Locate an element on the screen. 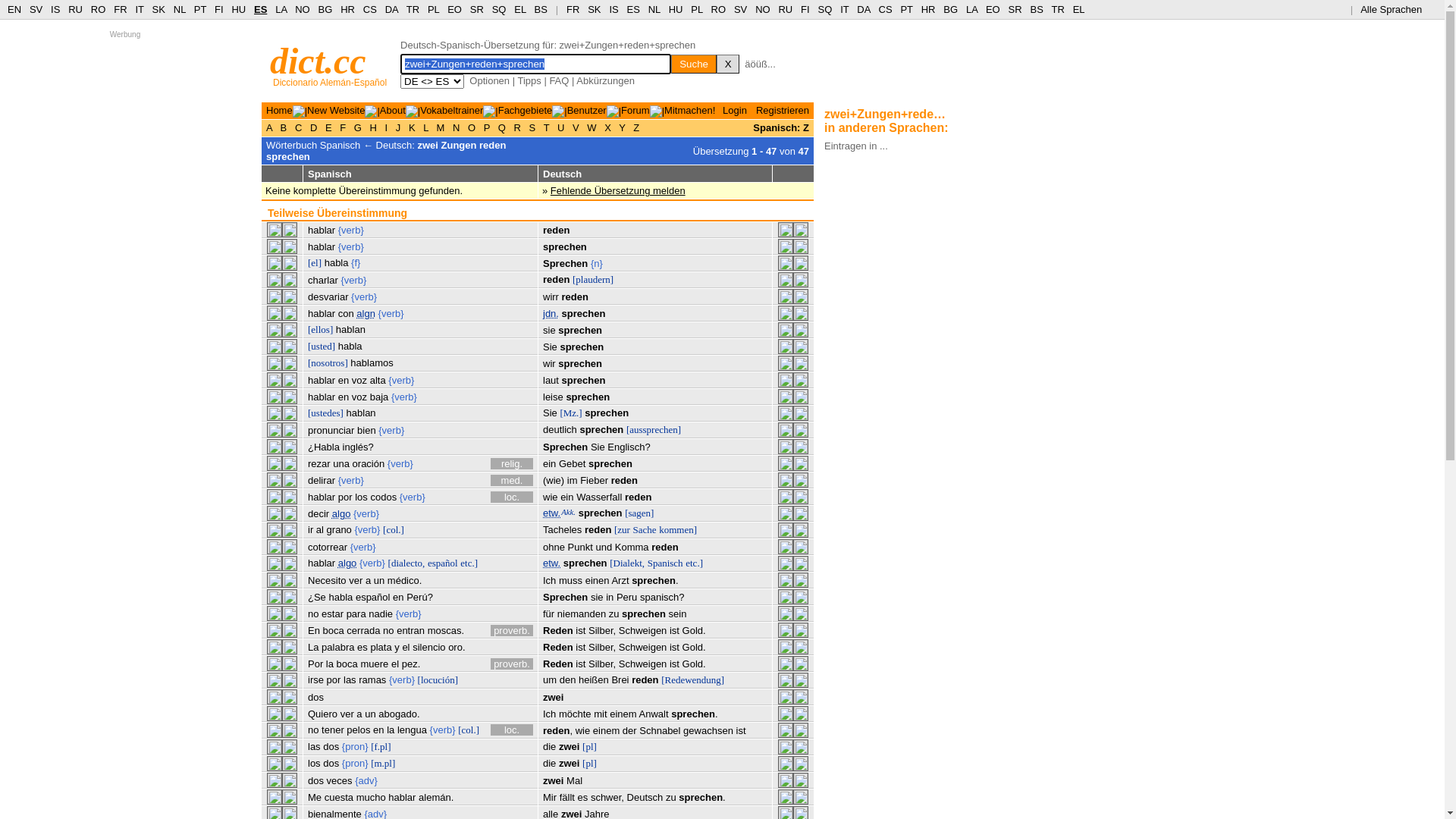 The image size is (1456, 819). 'pronunciar' is located at coordinates (330, 430).